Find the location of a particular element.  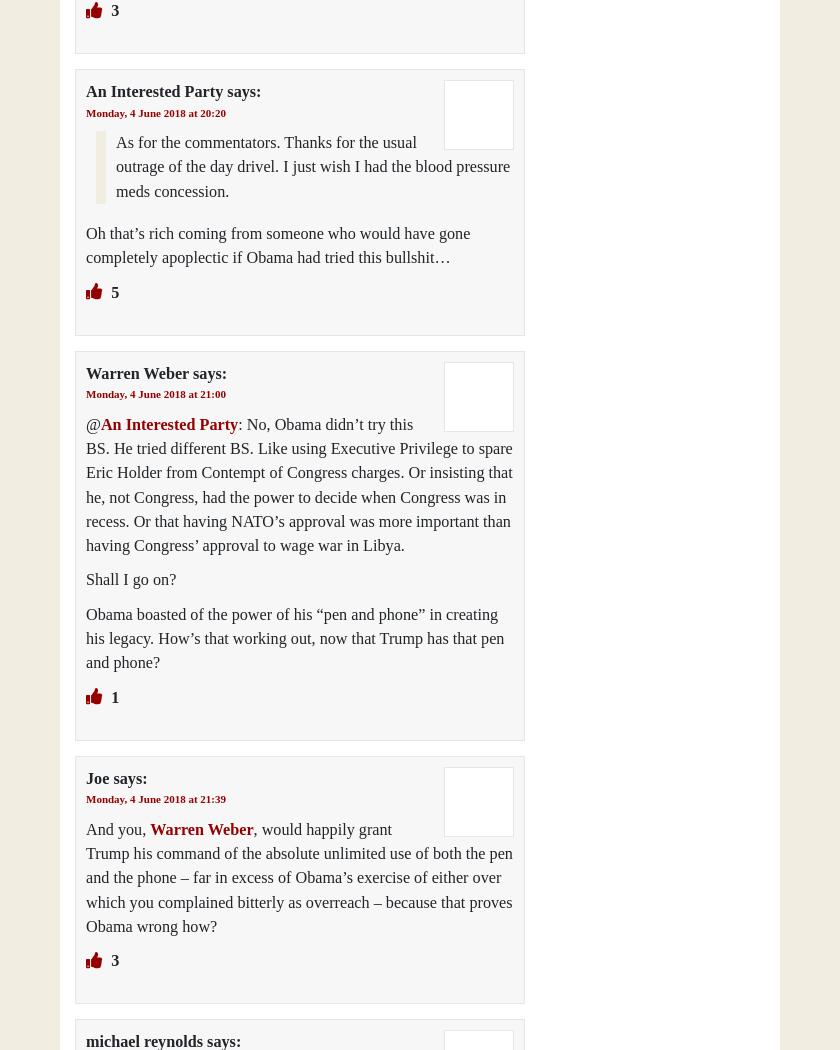

'Oh that’s rich coming from someone who would have gone completely apoplectic if Obama had tried this bullshit…' is located at coordinates (278, 245).